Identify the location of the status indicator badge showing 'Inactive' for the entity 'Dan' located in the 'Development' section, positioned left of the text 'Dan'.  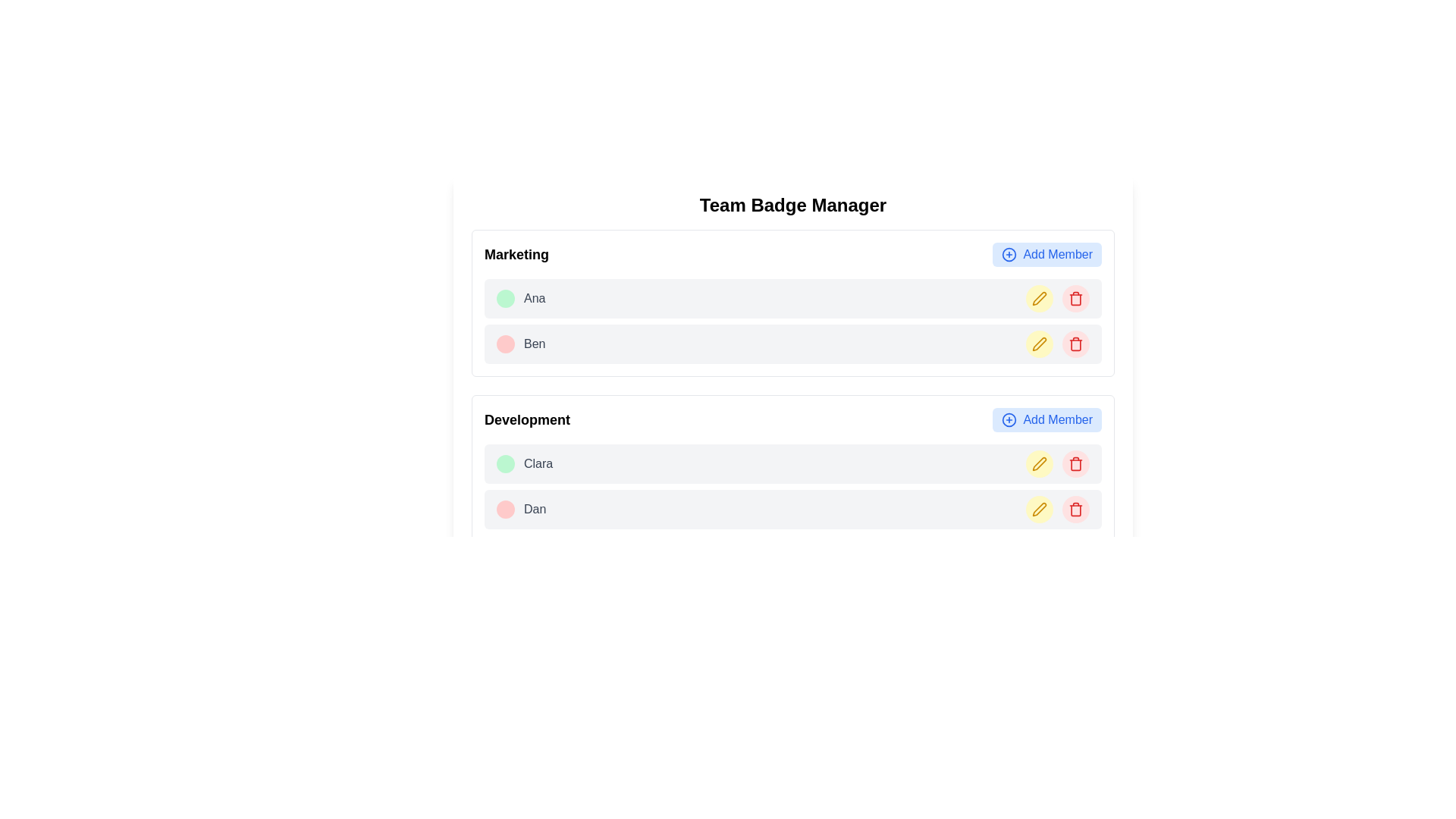
(506, 509).